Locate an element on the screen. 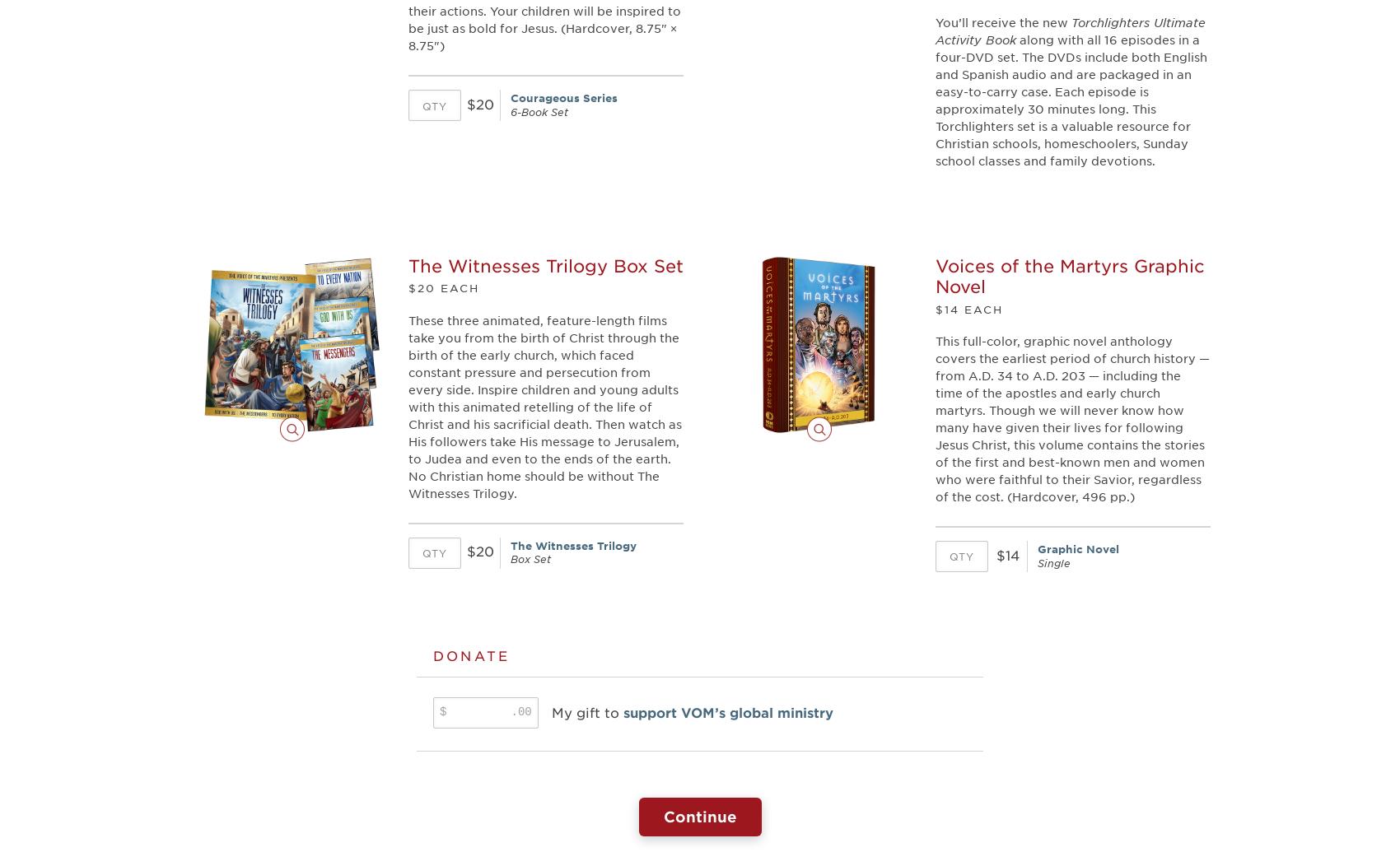  '6-Book Set' is located at coordinates (539, 110).